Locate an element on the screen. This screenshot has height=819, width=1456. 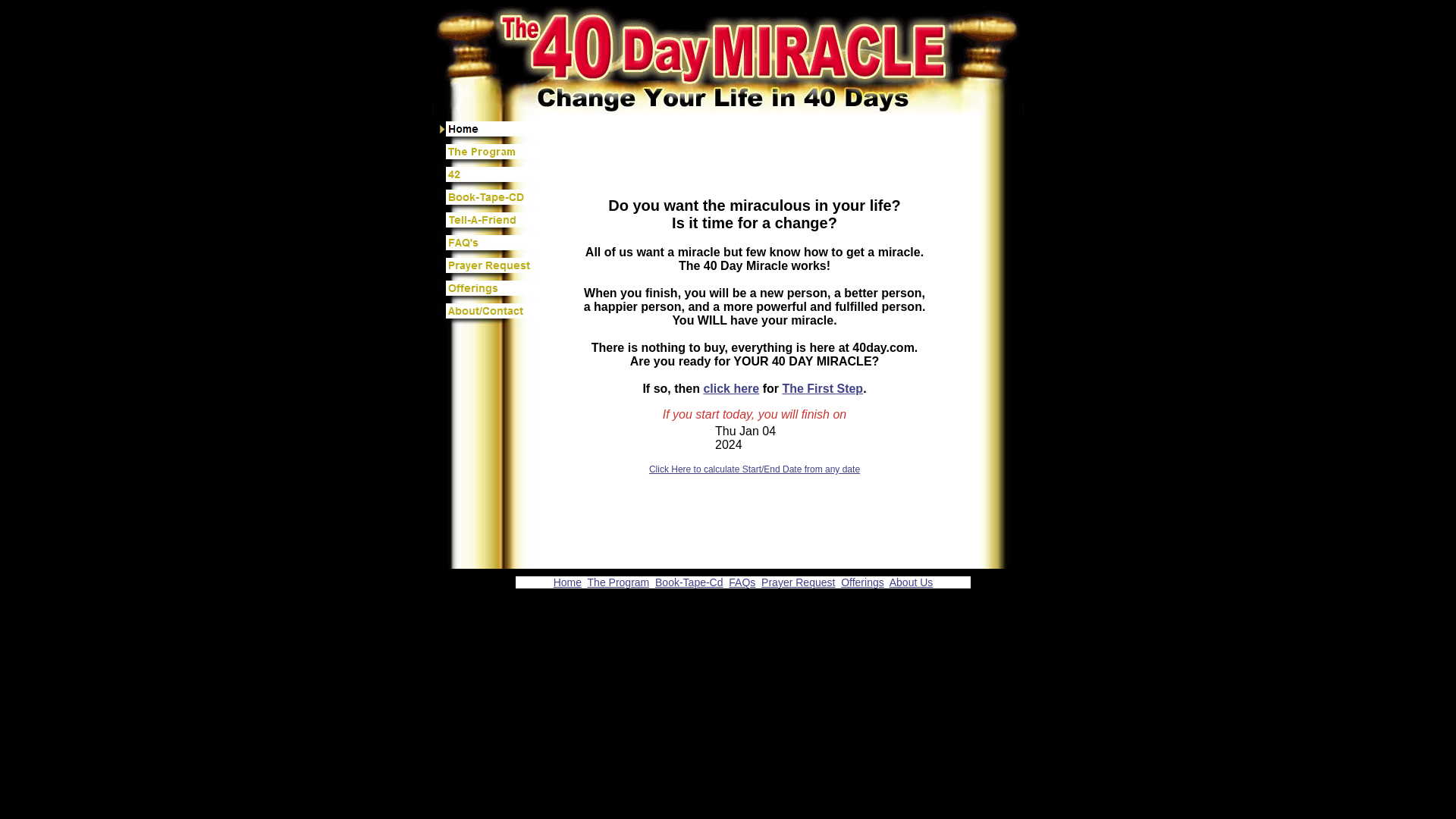
'Prayer Request' is located at coordinates (488, 268).